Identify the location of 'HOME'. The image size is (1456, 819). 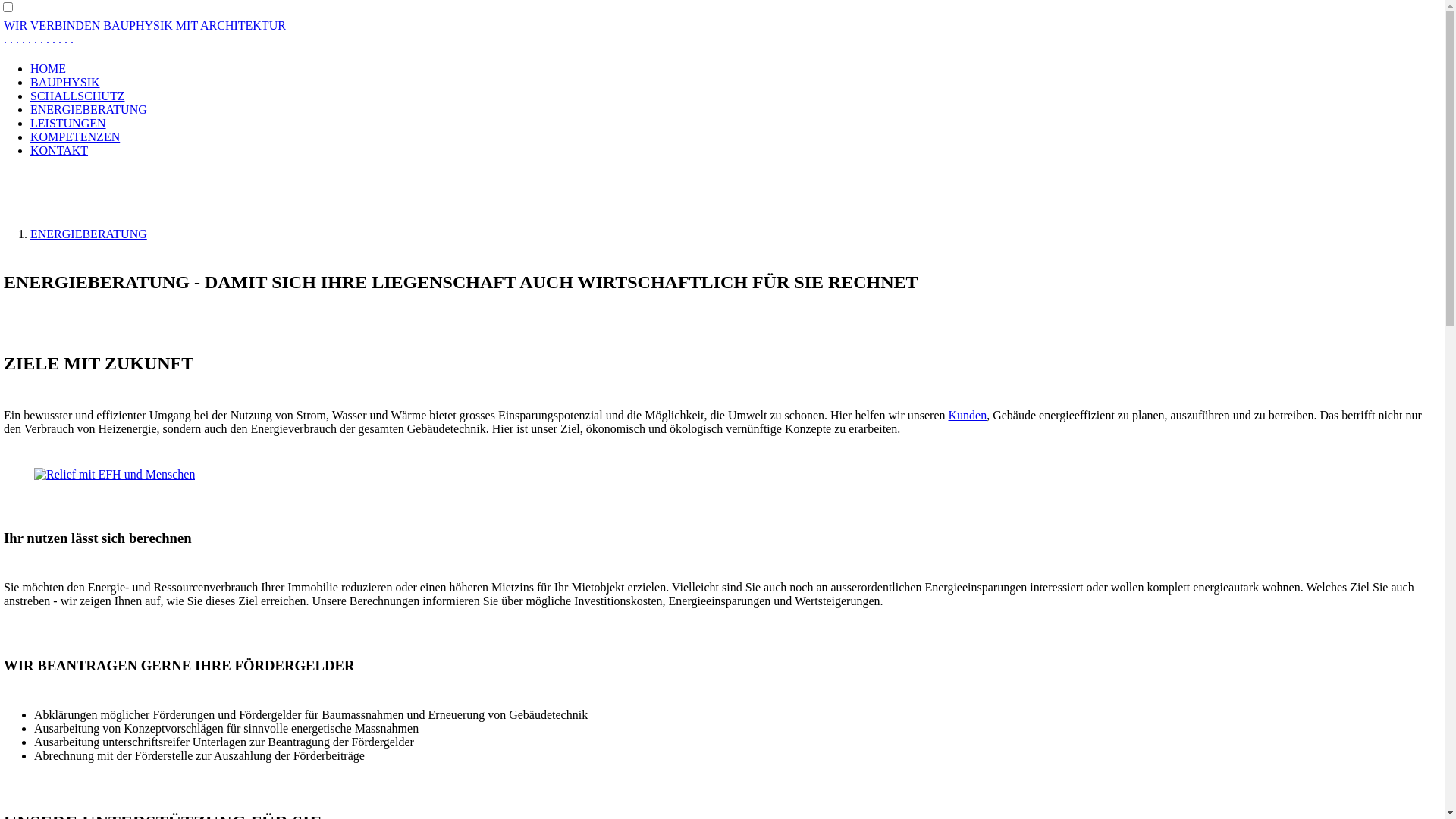
(48, 68).